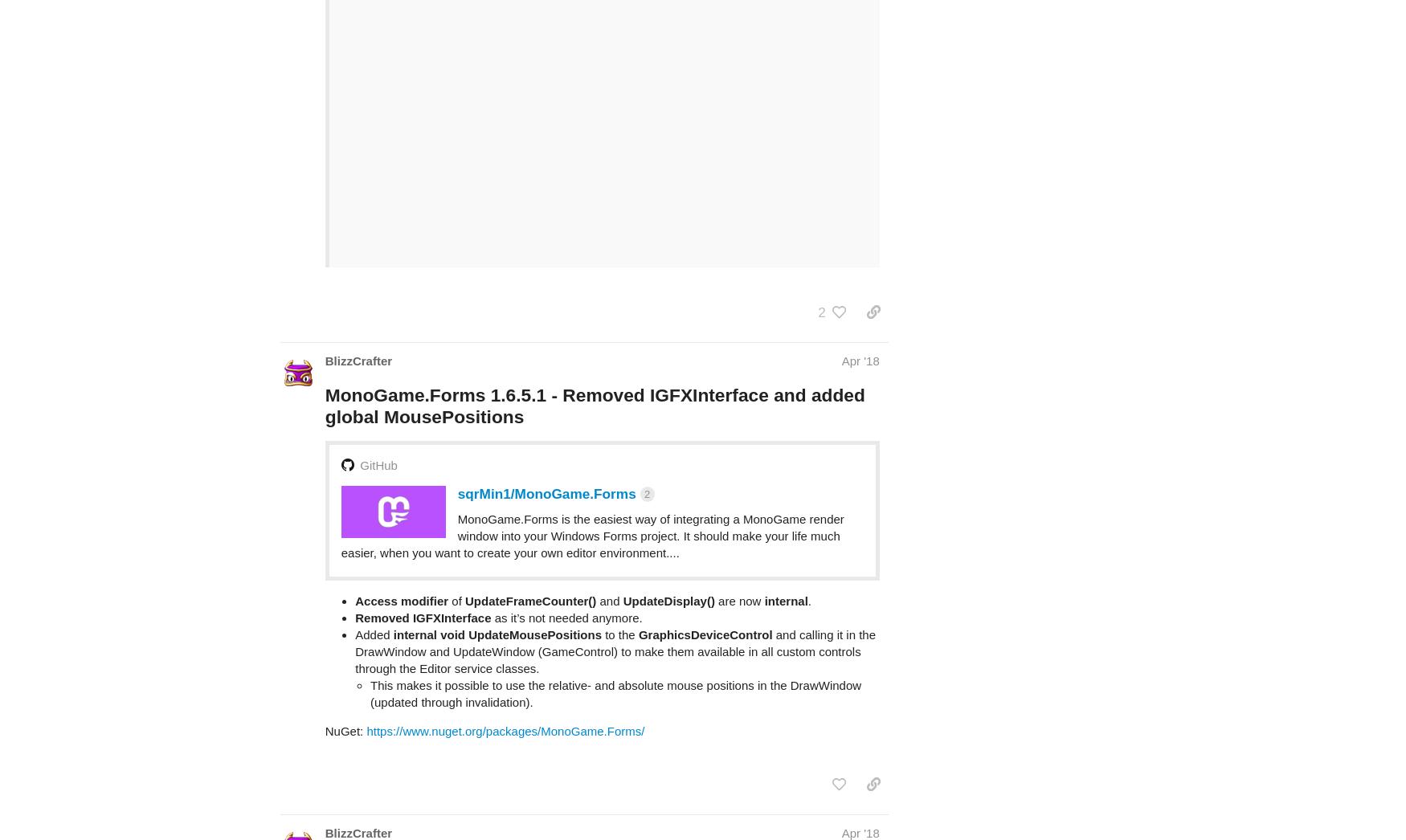  Describe the element at coordinates (344, 667) in the screenshot. I see `'NuGet:'` at that location.